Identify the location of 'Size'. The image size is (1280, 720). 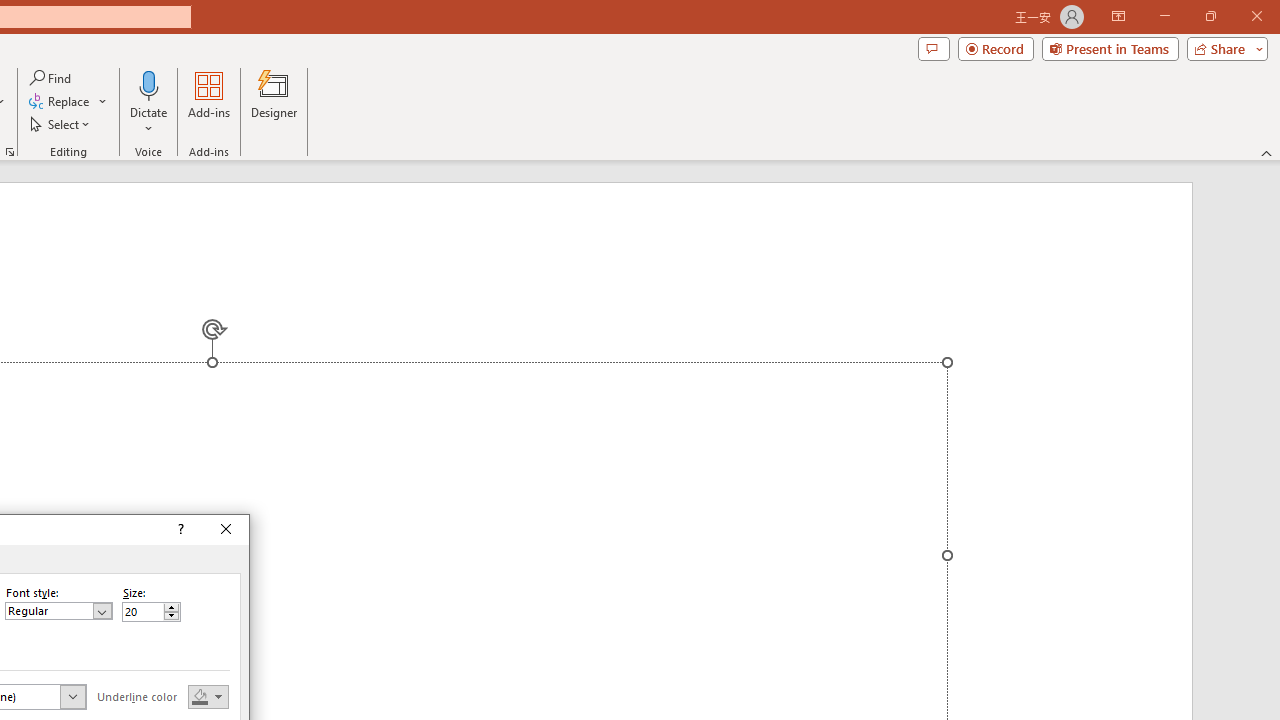
(150, 611).